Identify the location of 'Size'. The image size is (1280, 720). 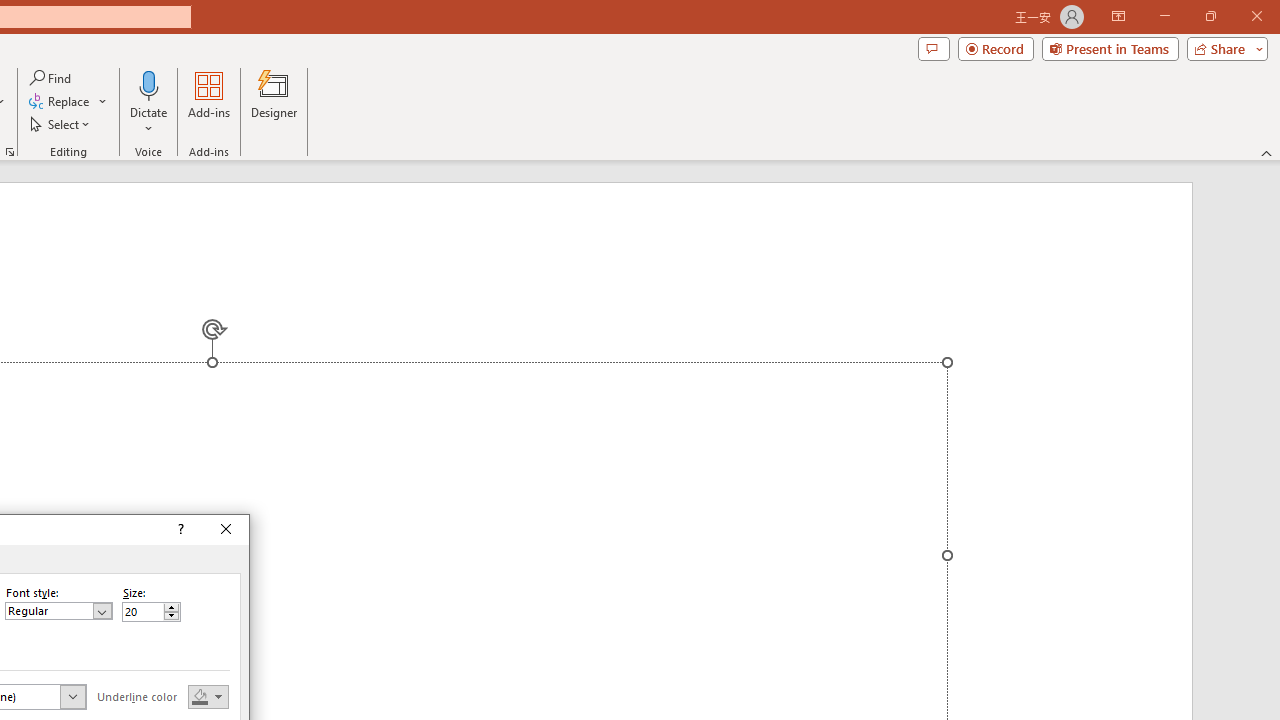
(150, 611).